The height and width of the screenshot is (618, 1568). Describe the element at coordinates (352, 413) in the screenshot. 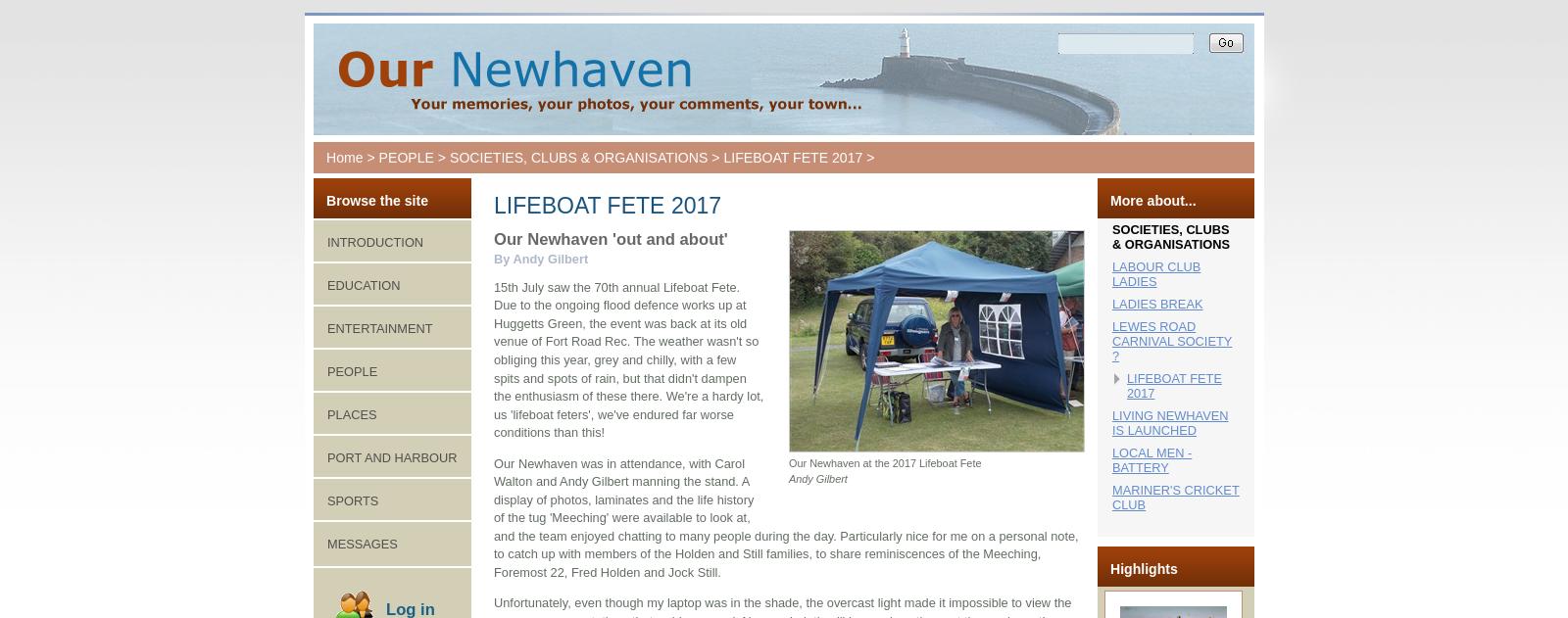

I see `'PLACES'` at that location.